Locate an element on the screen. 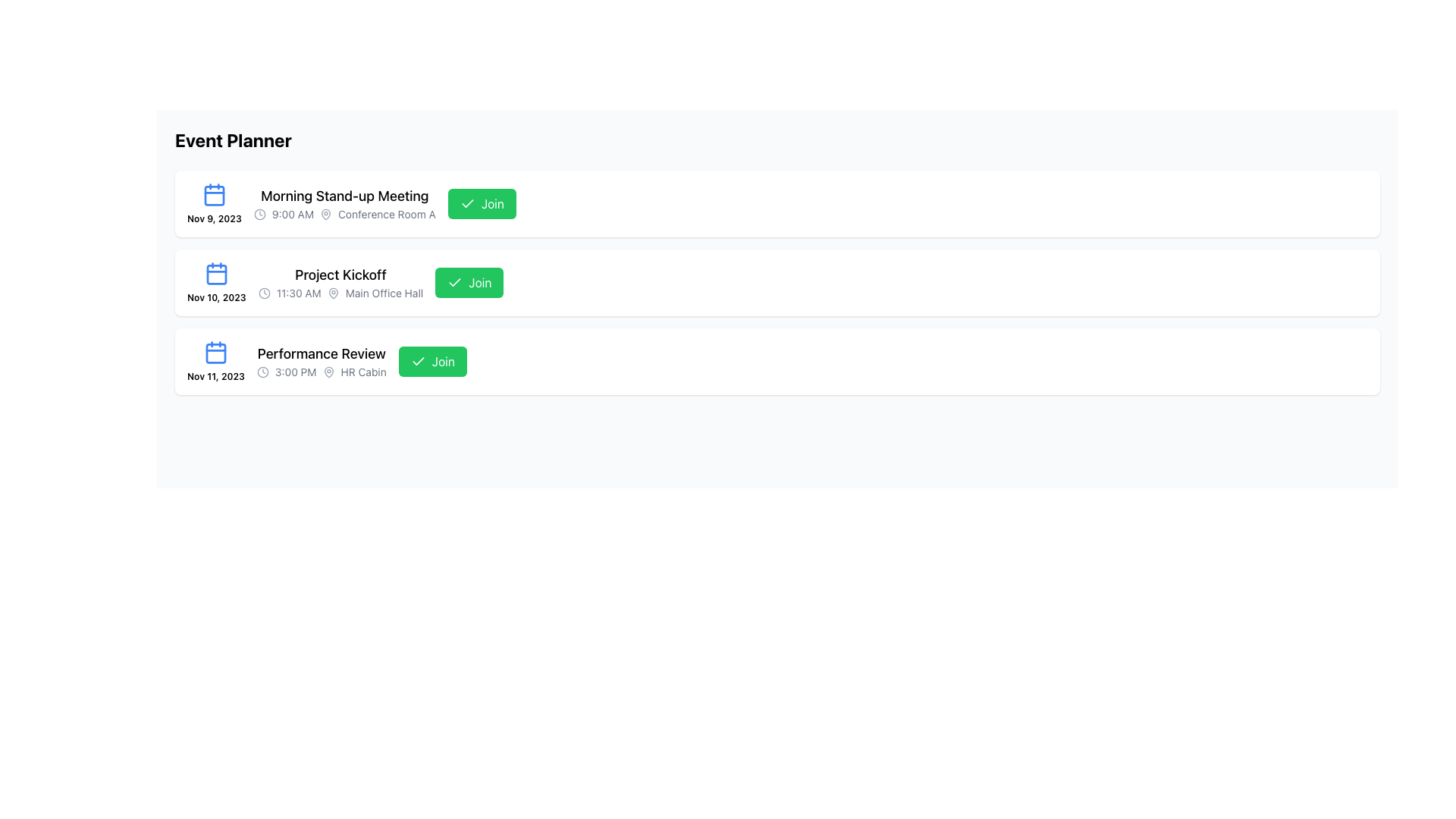  information displayed in the text segment that shows '9:00 AM' and 'Conference Room A', which includes icons of a clock and a location pin, positioned below 'Morning Stand-up Meeting' is located at coordinates (344, 214).